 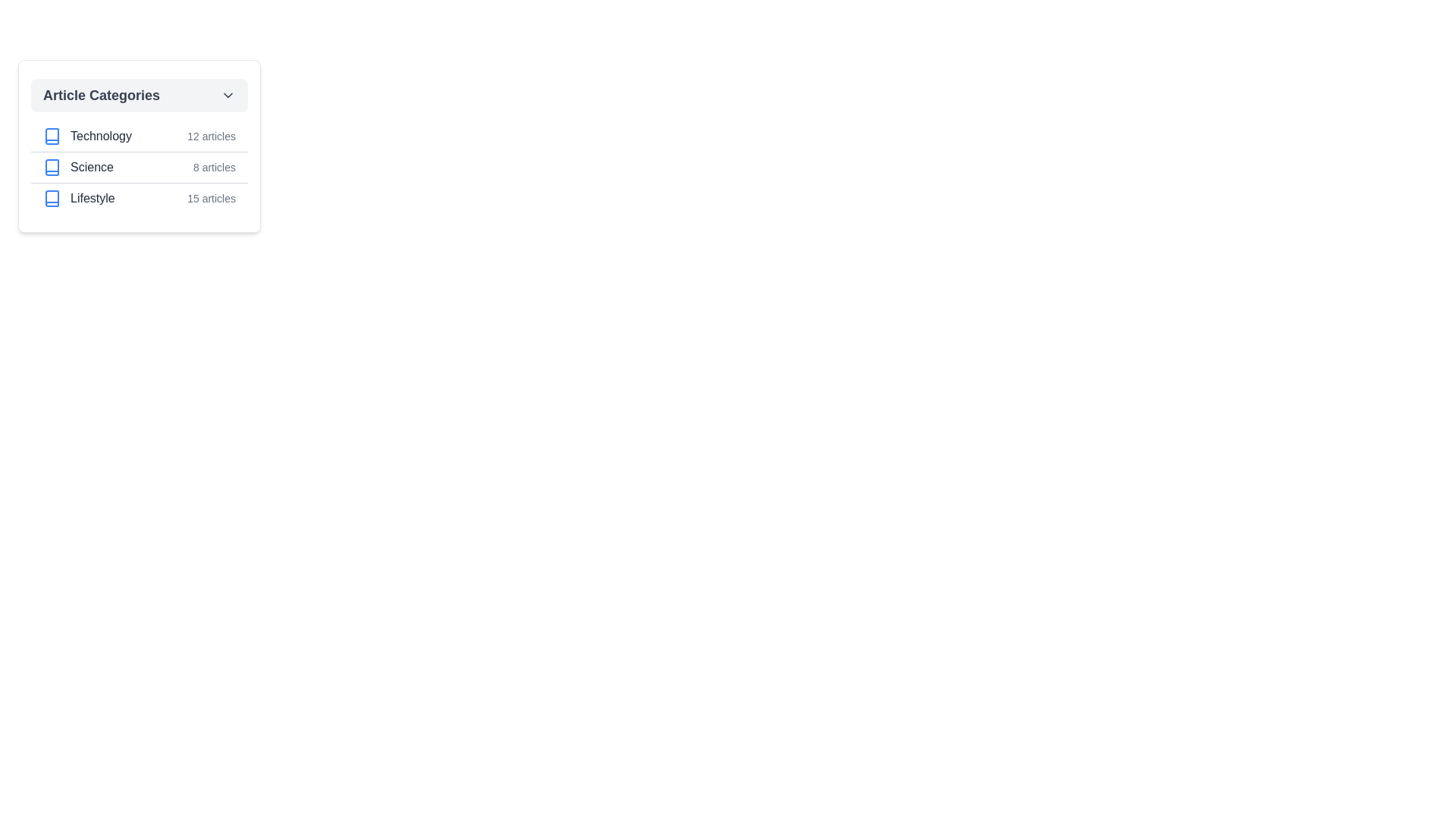 What do you see at coordinates (139, 96) in the screenshot?
I see `the 'Article Categories' interactive header element` at bounding box center [139, 96].